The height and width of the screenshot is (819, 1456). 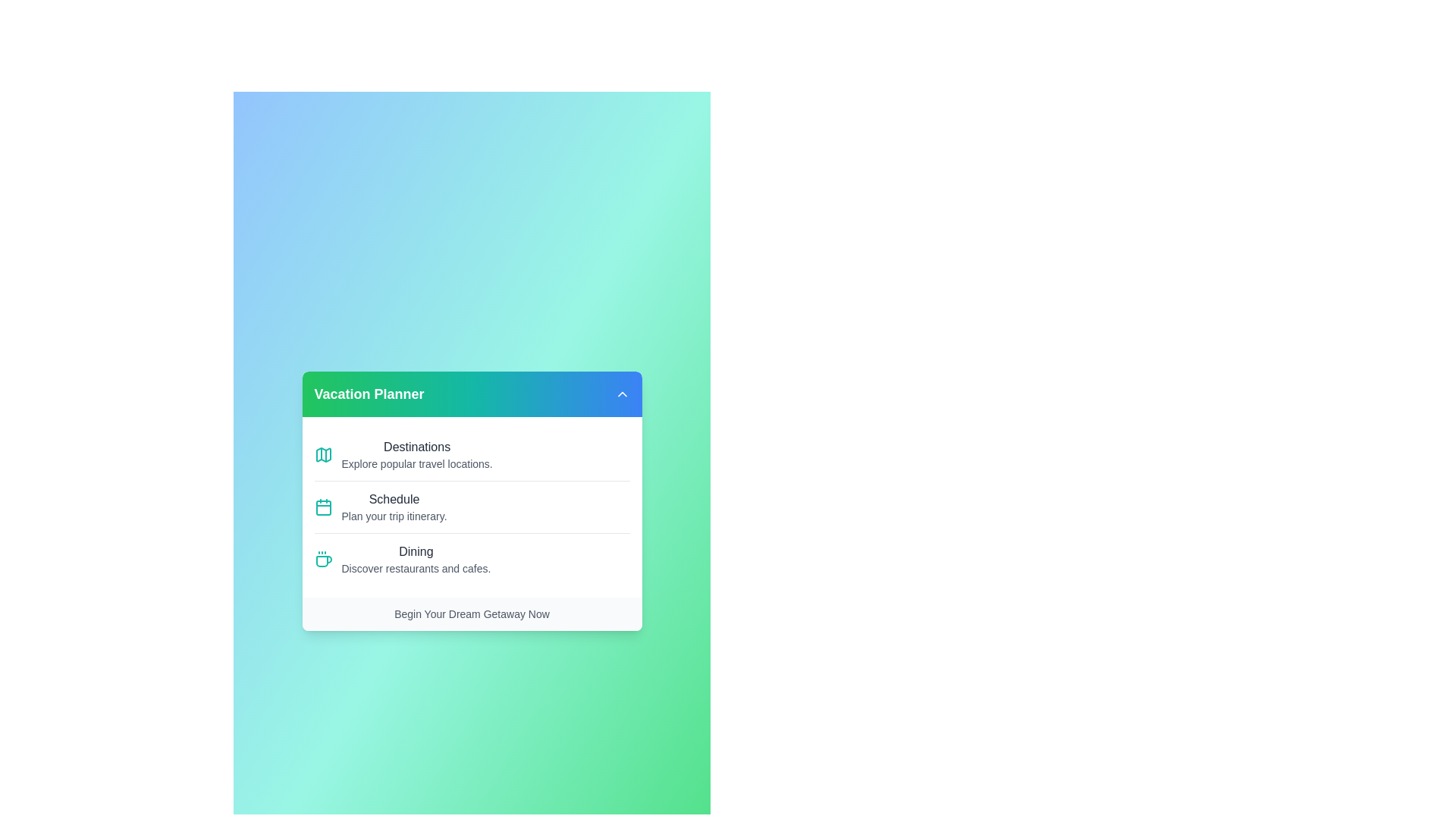 I want to click on the menu item Destinations to observe its visual feedback, so click(x=471, y=454).